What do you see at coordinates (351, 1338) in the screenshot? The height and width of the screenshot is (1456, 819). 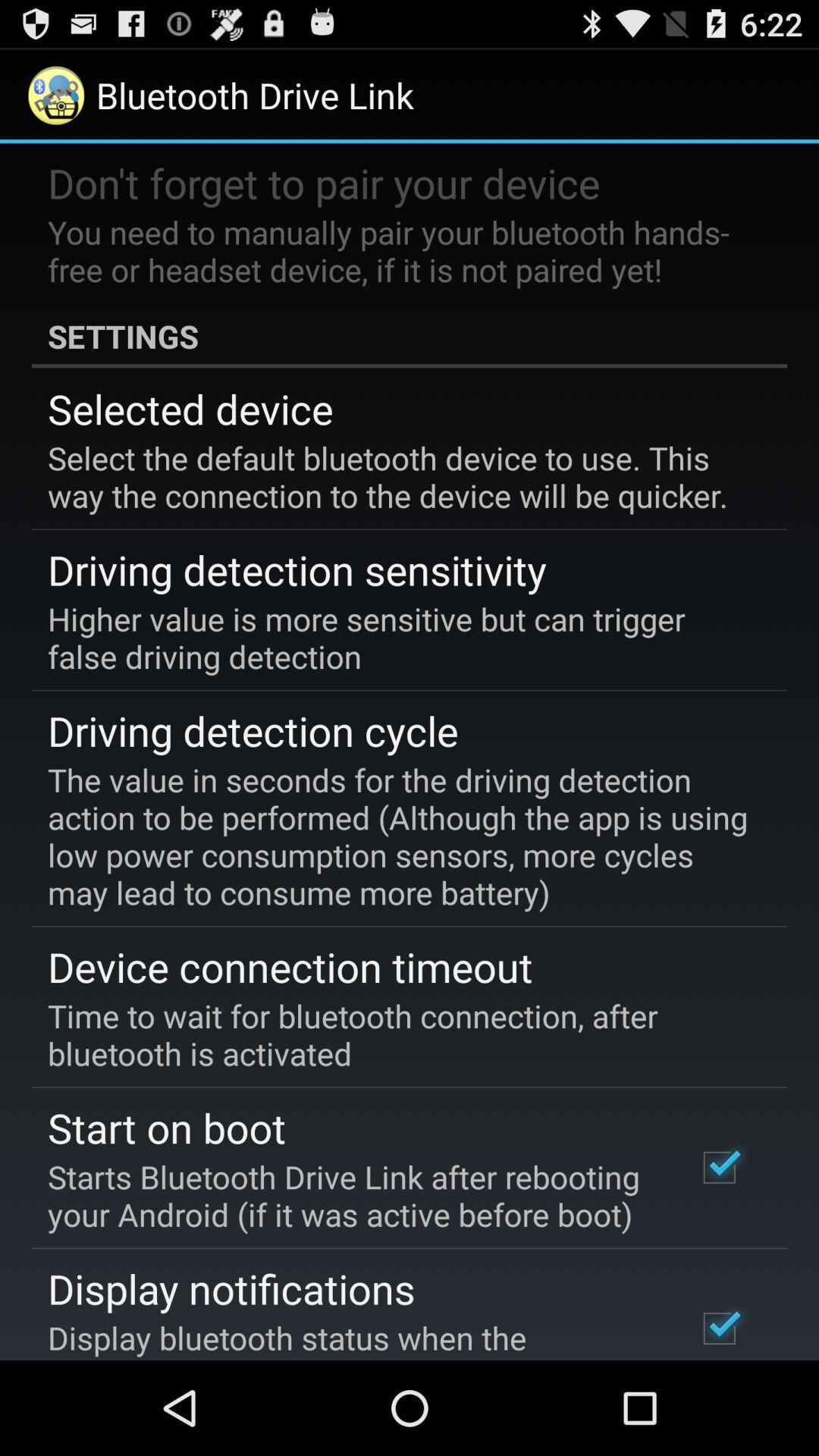 I see `the item below display notifications icon` at bounding box center [351, 1338].